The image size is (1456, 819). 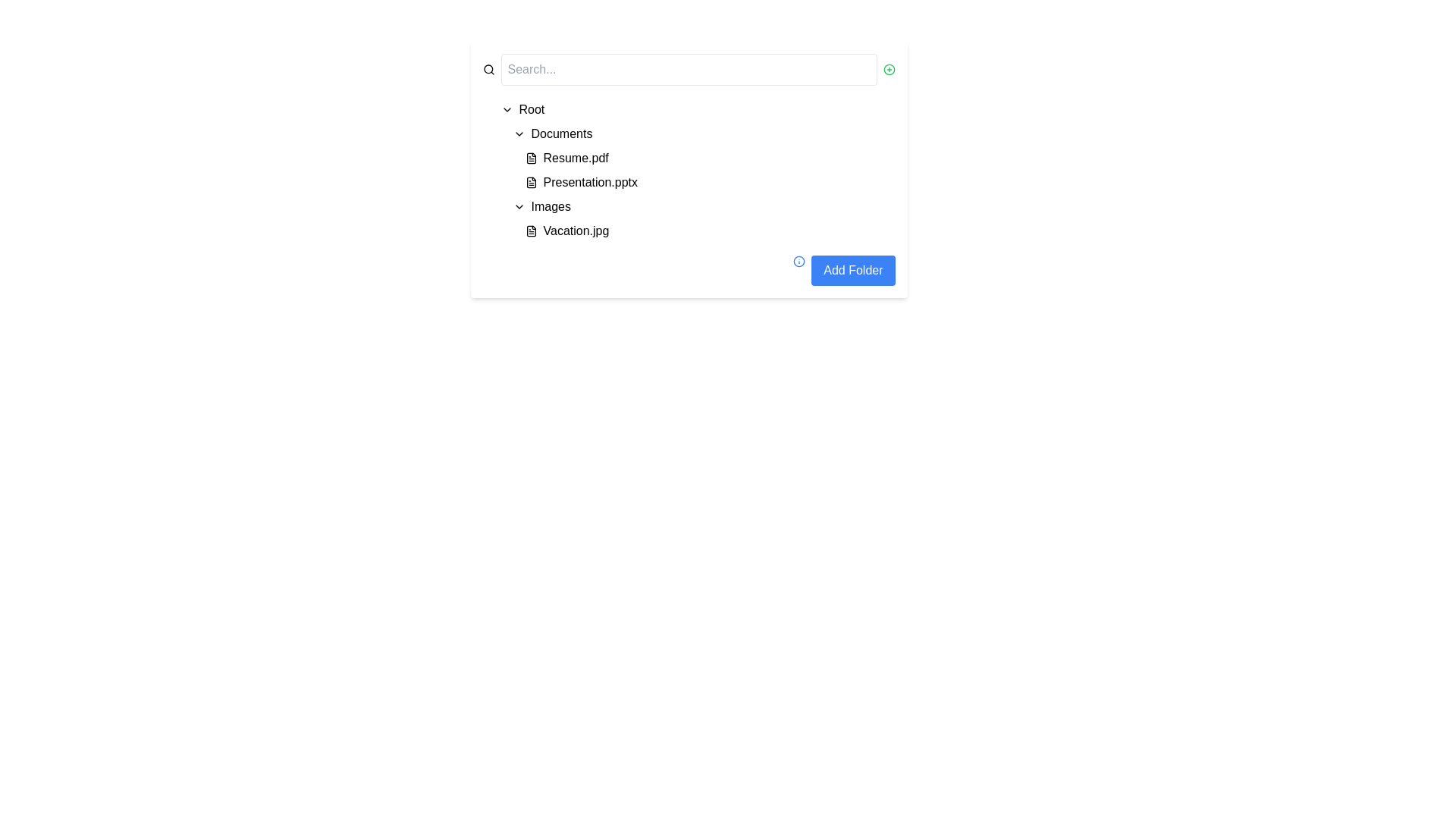 What do you see at coordinates (700, 219) in the screenshot?
I see `the list item representing the file named 'Vacation.jpg'` at bounding box center [700, 219].